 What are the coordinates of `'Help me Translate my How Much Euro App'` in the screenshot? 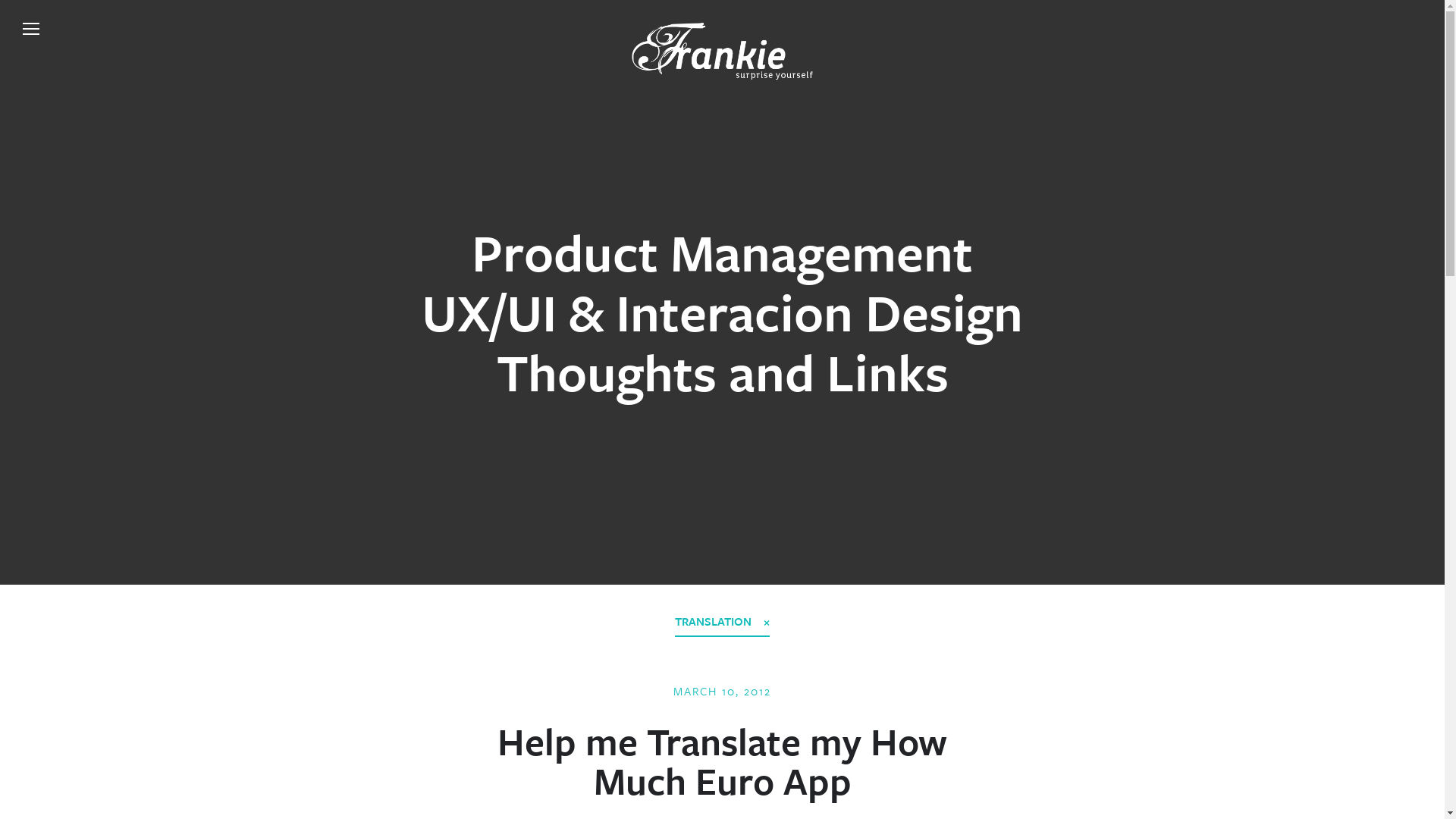 It's located at (721, 760).